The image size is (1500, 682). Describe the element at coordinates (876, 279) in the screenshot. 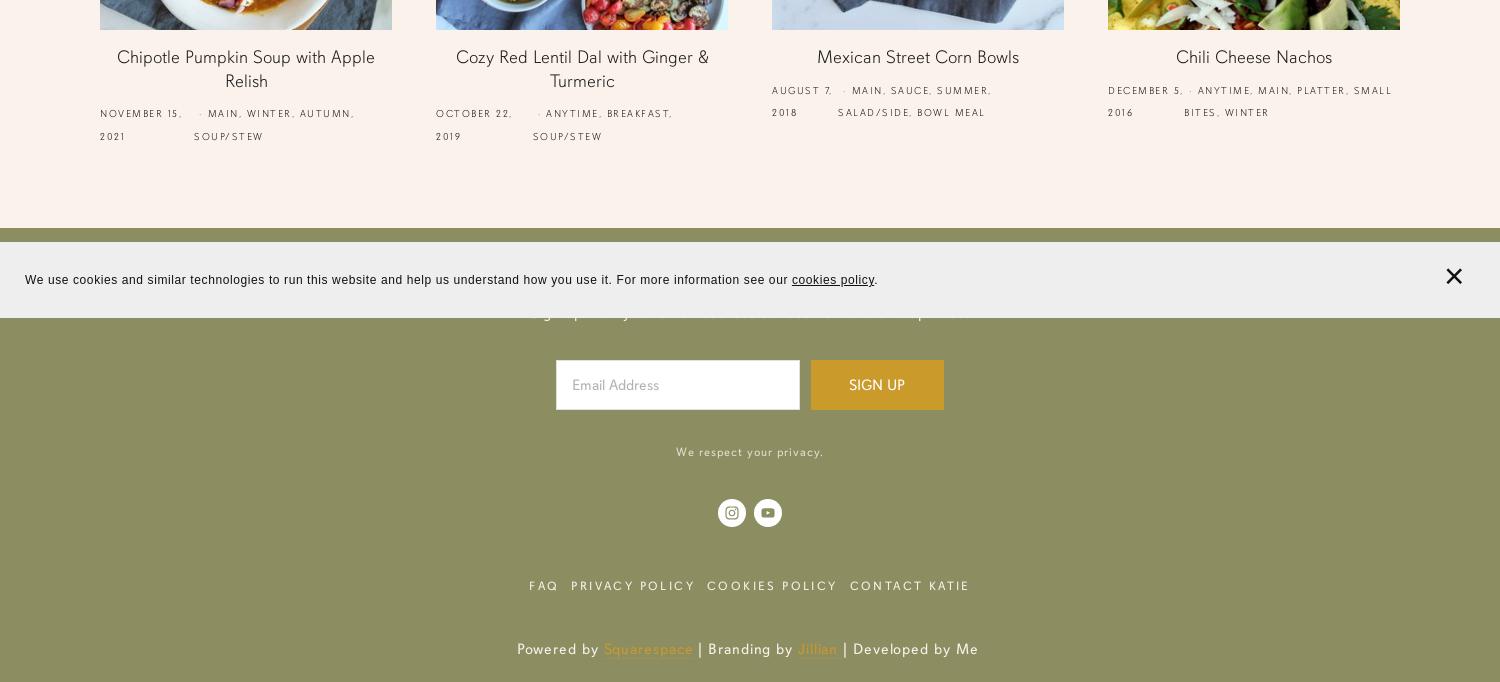

I see `'.'` at that location.